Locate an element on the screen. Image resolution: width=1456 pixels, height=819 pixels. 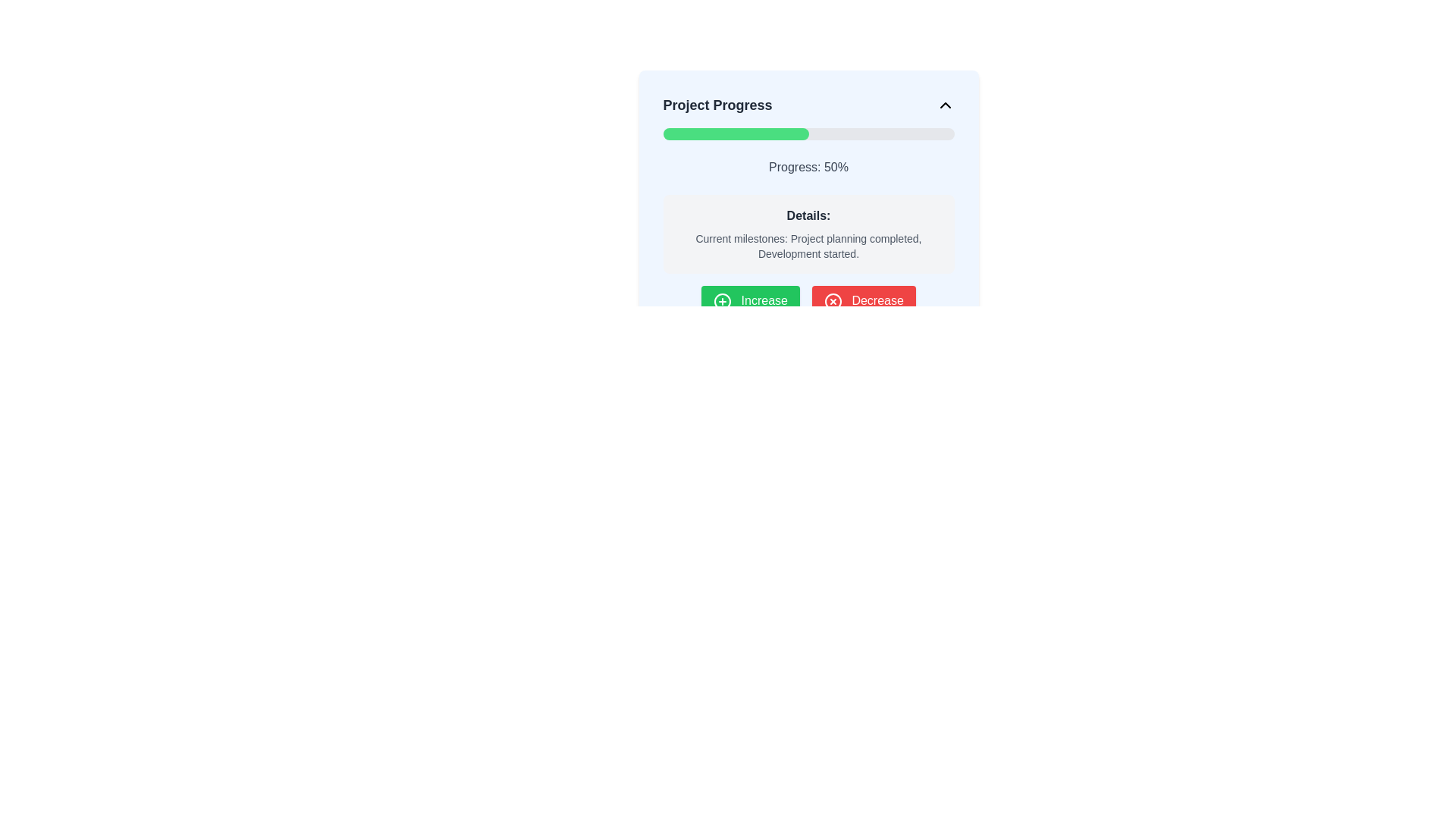
the green rectangular button labeled 'Increase' that contains the graphic icon for incrementing a value, positioned to the left of the button is located at coordinates (722, 301).